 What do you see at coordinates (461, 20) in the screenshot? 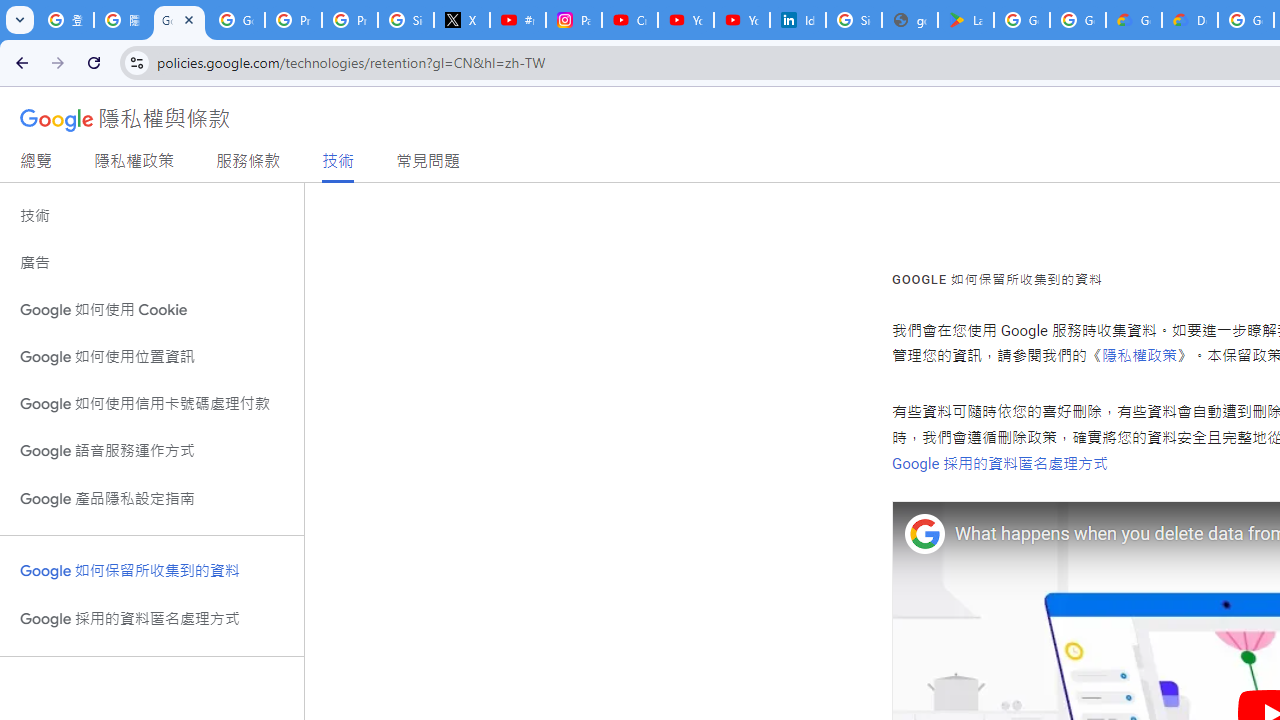
I see `'X'` at bounding box center [461, 20].